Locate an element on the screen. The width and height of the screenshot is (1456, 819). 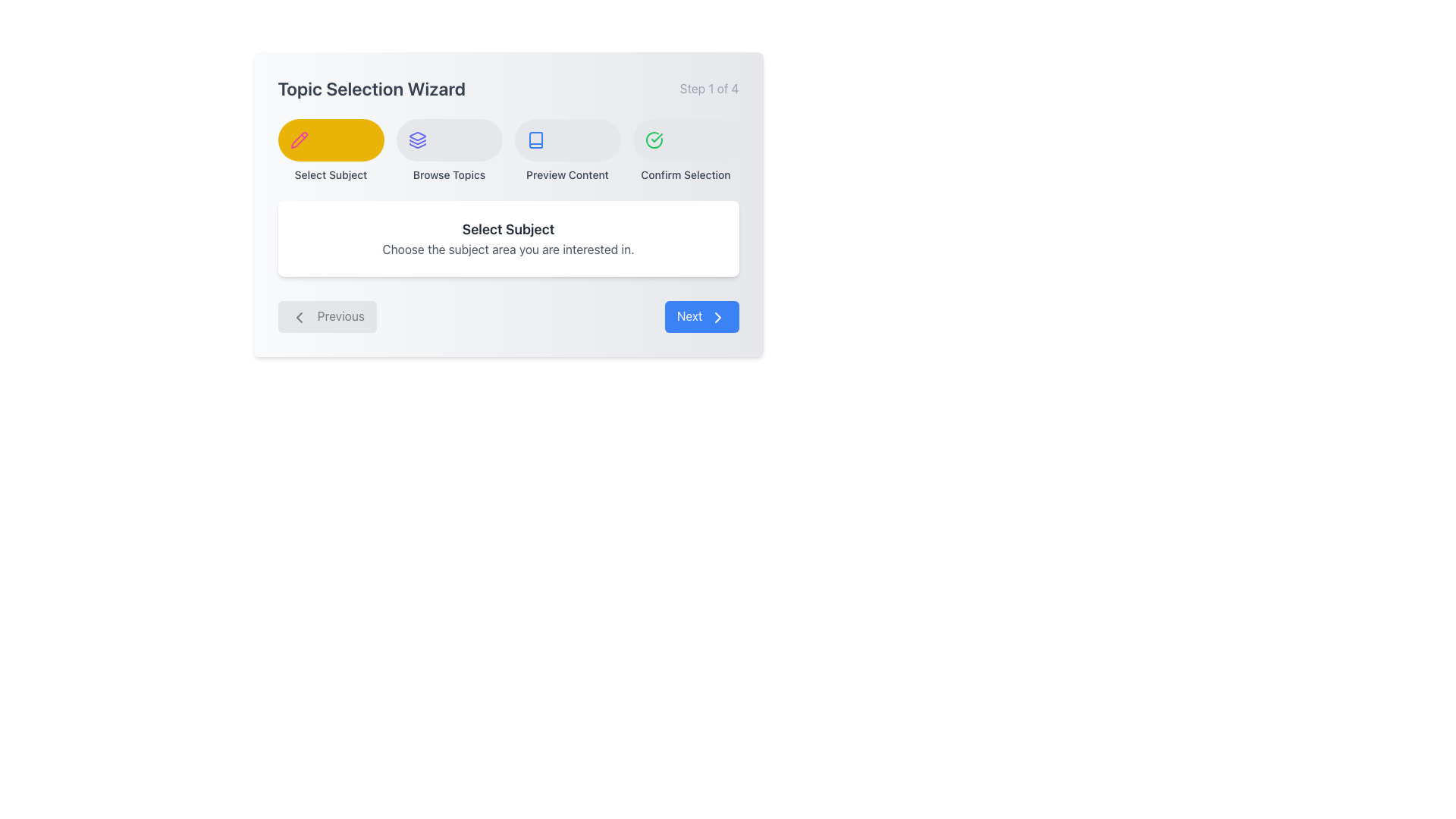
the label that serves as a textual identifier for the confirmation action, located below the rightmost icon in a sequence of four icons at the top of the interface is located at coordinates (685, 174).